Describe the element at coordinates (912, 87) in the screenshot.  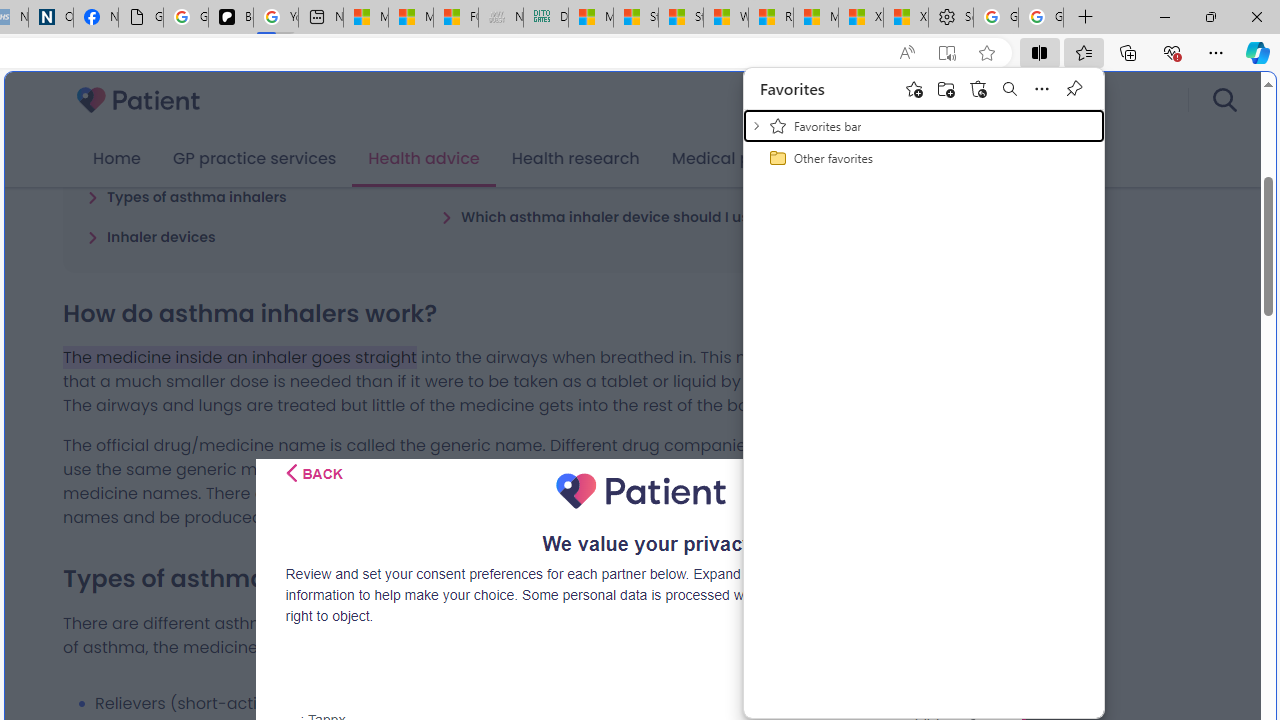
I see `'Add this page to favorites'` at that location.